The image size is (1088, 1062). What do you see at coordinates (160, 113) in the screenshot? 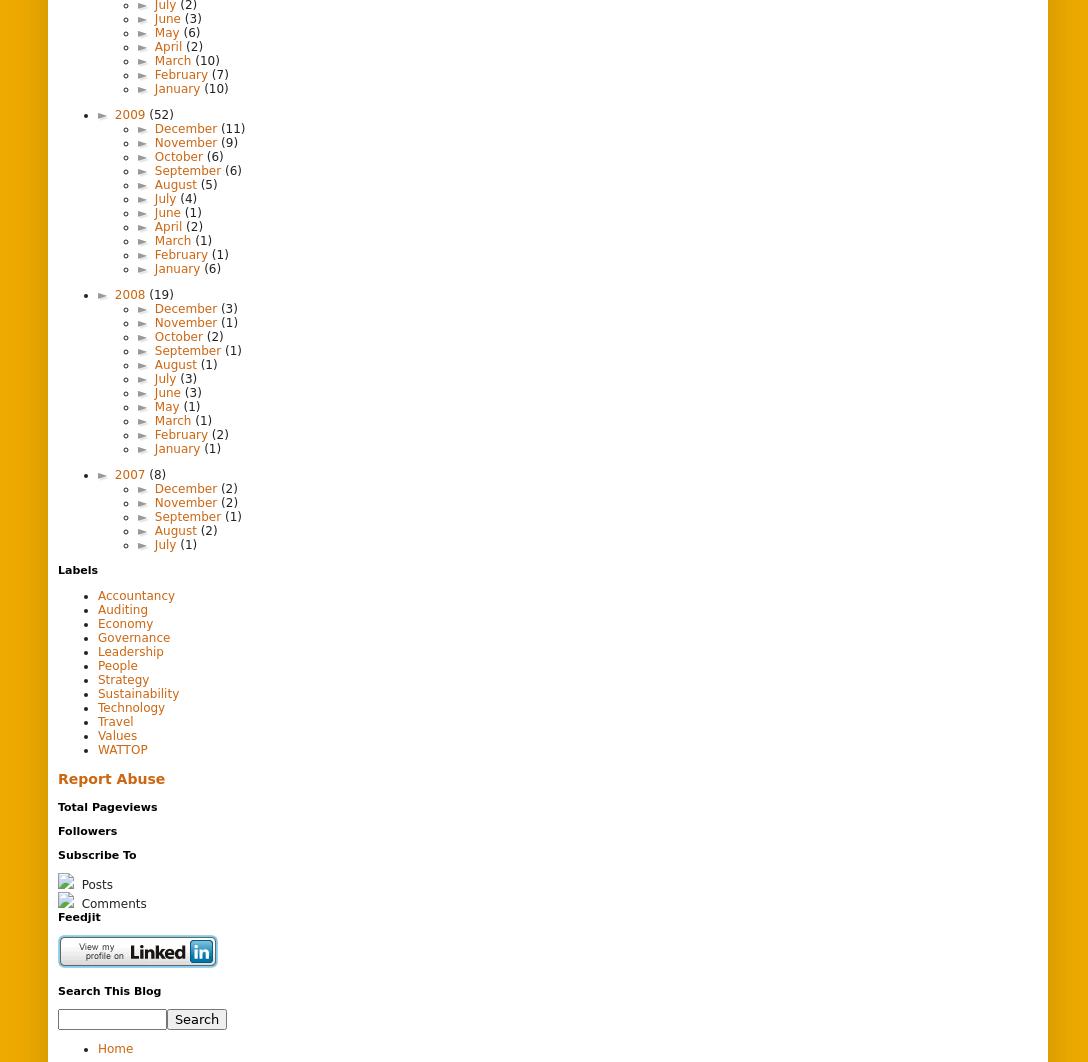
I see `'(52)'` at bounding box center [160, 113].